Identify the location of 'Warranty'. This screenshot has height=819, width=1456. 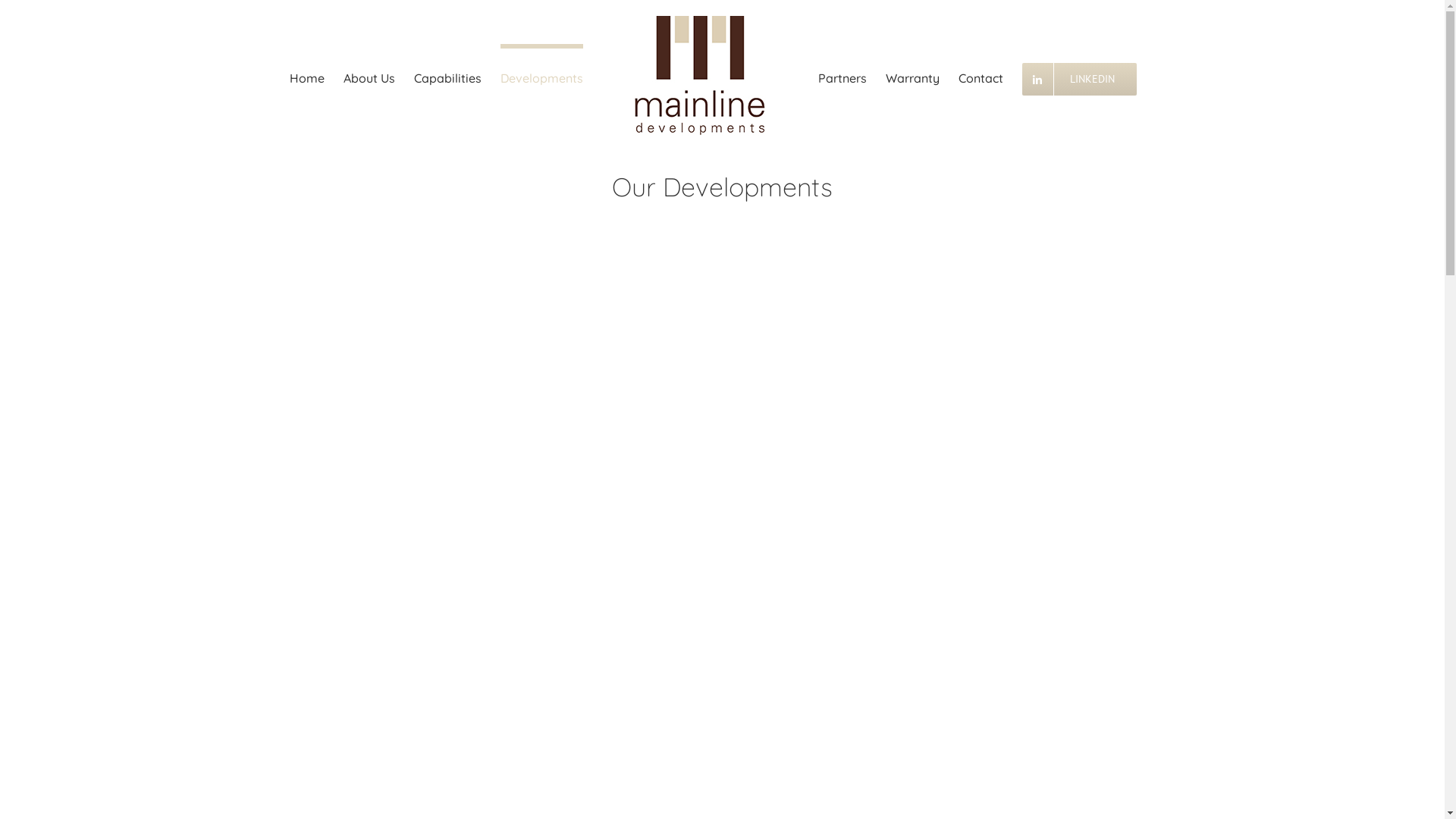
(912, 76).